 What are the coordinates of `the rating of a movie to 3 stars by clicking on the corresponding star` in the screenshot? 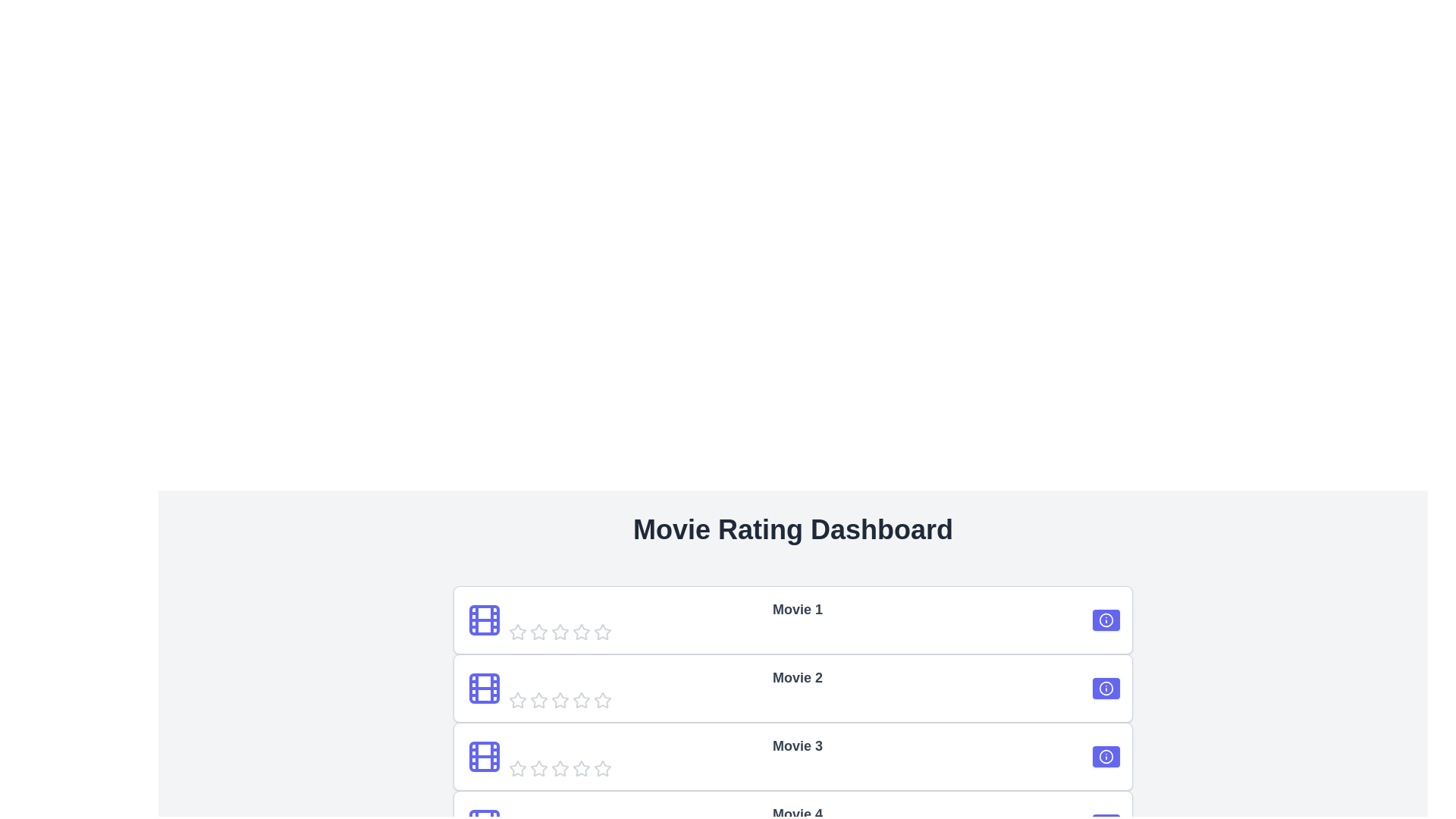 It's located at (560, 632).